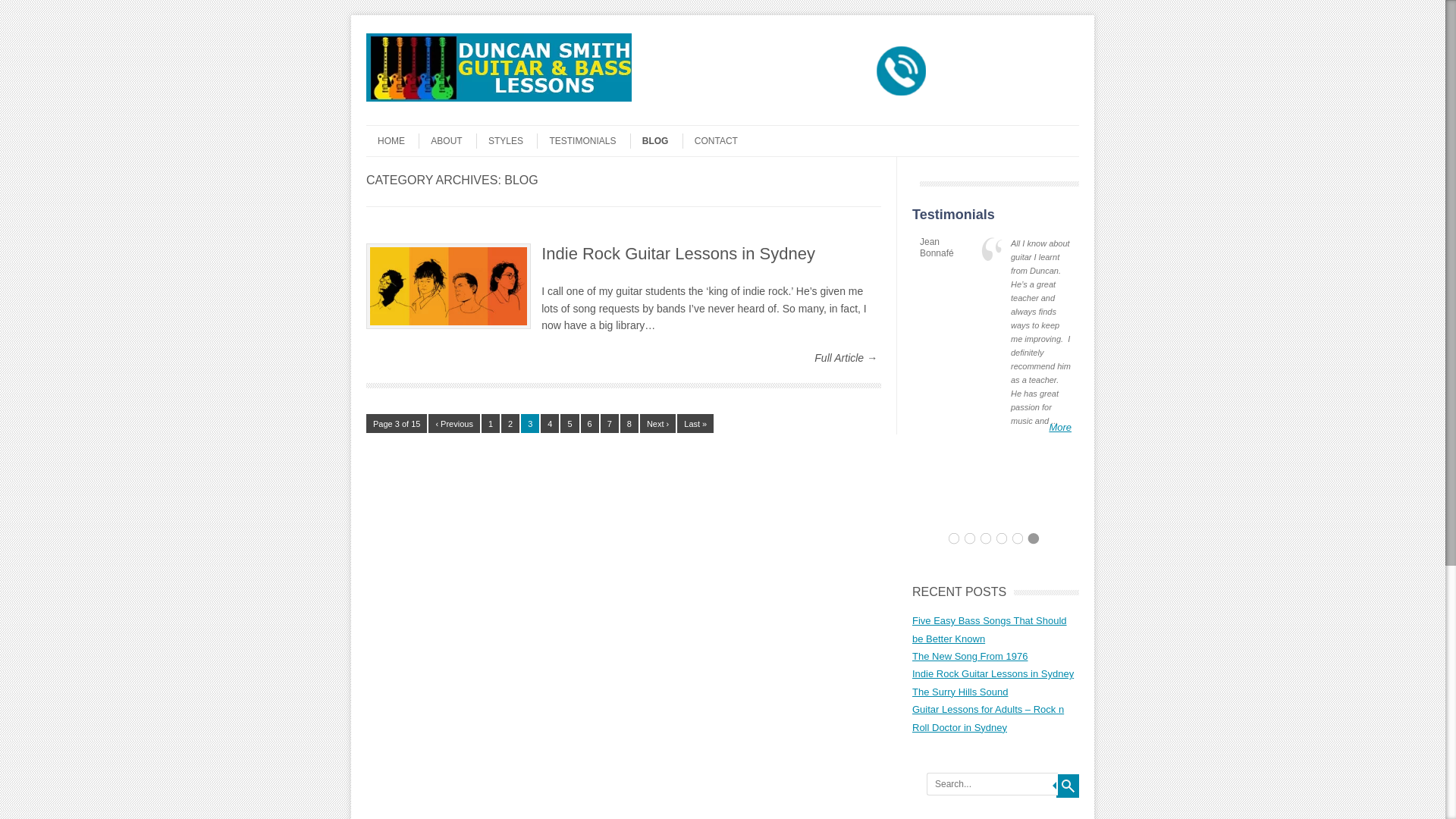 Image resolution: width=1456 pixels, height=819 pixels. I want to click on '7', so click(600, 423).